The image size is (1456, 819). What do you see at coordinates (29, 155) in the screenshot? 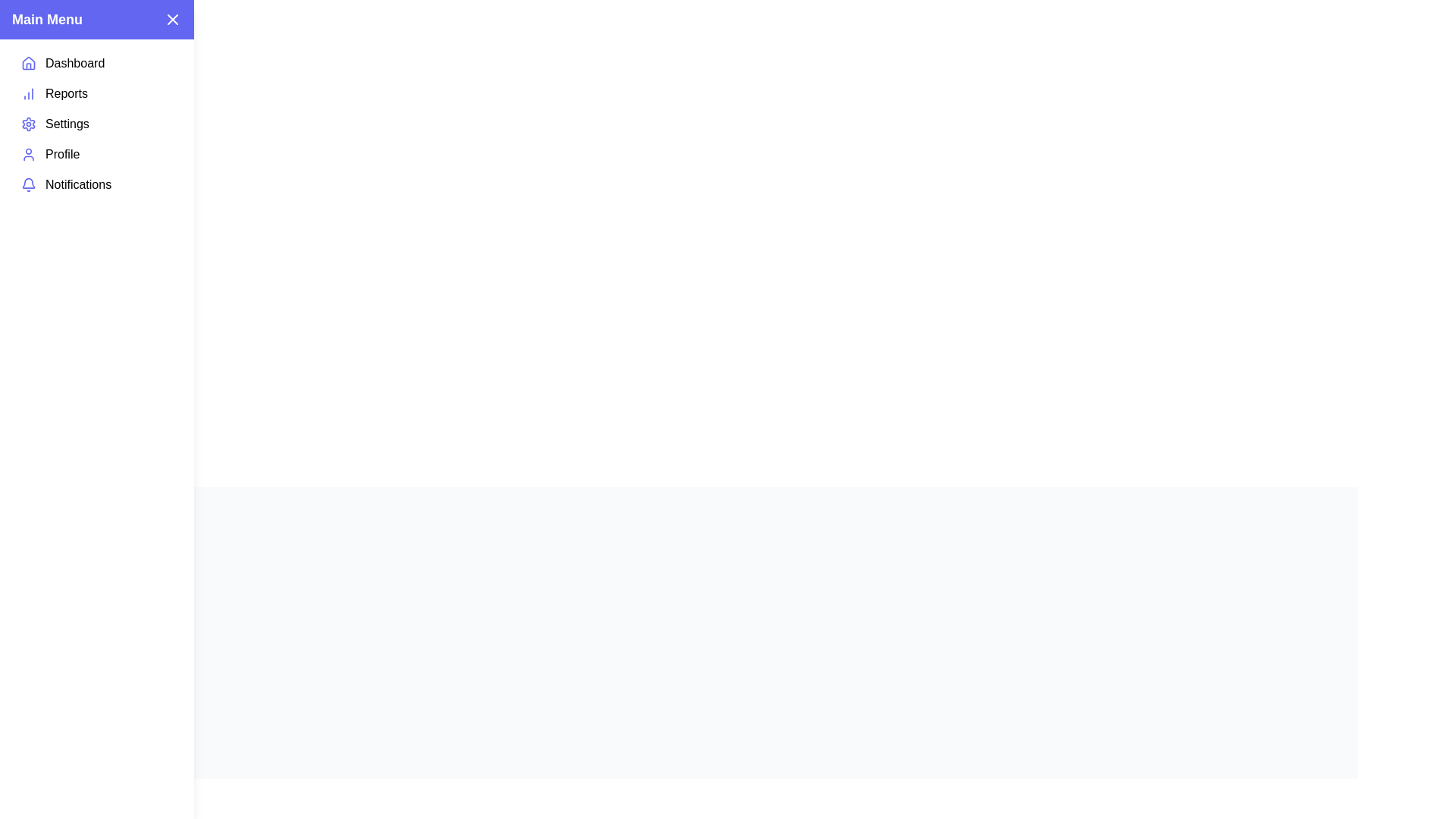
I see `the user icon with a light blue stroke color located in the 'Profile' section of the left-side navigation menu` at bounding box center [29, 155].